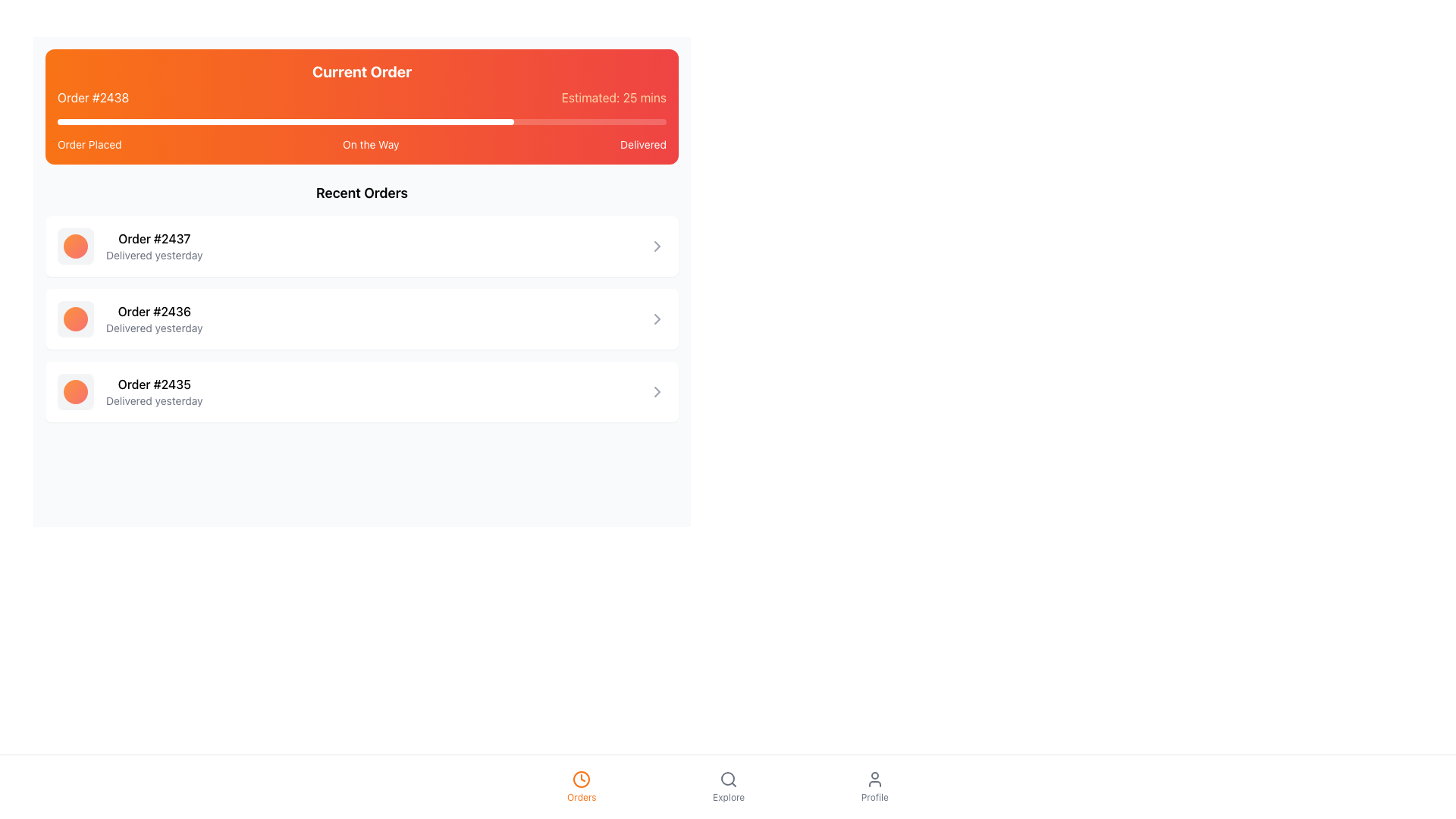 The height and width of the screenshot is (819, 1456). I want to click on the right-pointing chevron icon, styled in gray, located at the right end of the order details for 'Order #2435', adjacent, so click(657, 391).